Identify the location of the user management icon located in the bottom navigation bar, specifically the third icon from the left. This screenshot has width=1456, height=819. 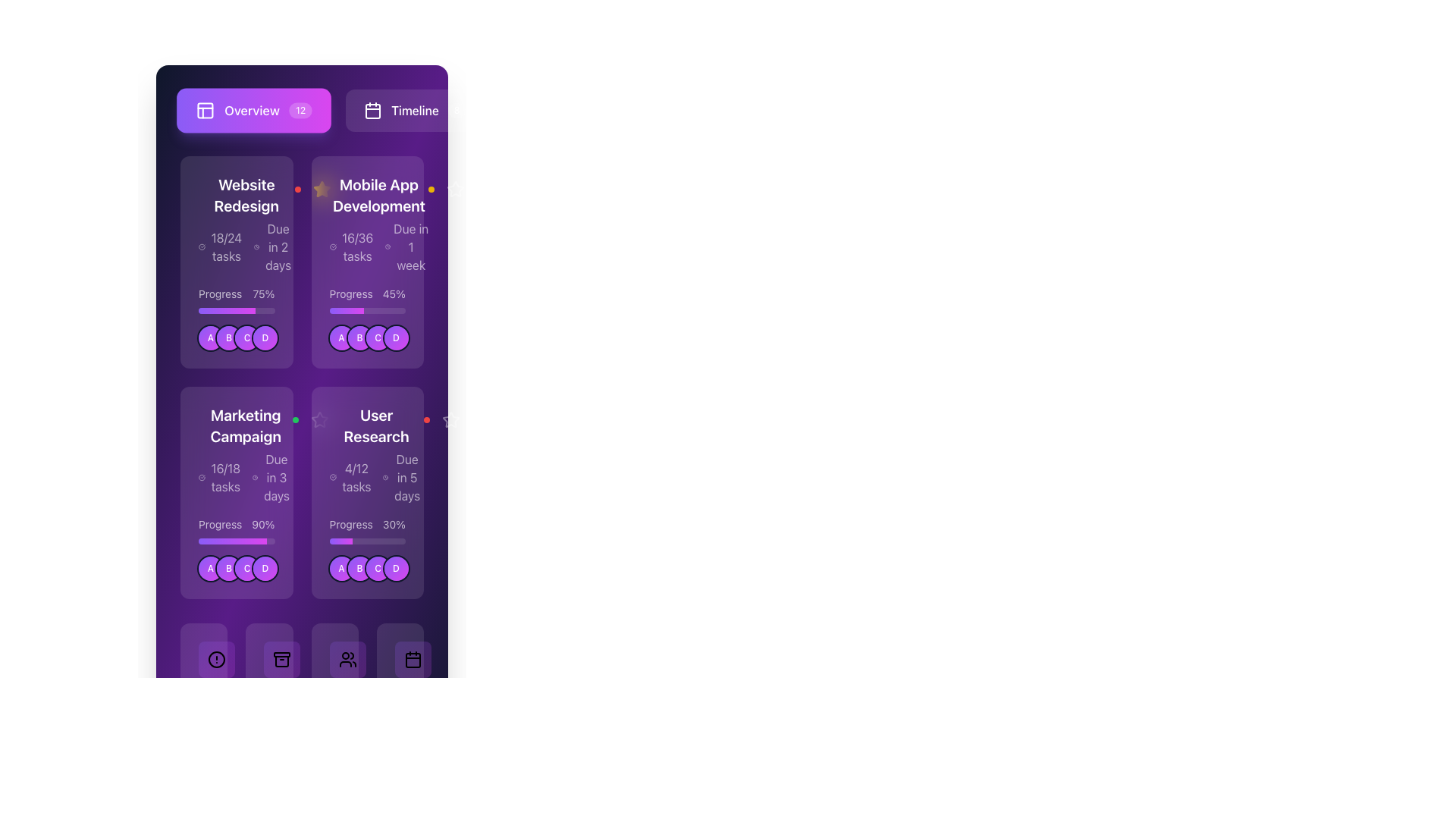
(347, 659).